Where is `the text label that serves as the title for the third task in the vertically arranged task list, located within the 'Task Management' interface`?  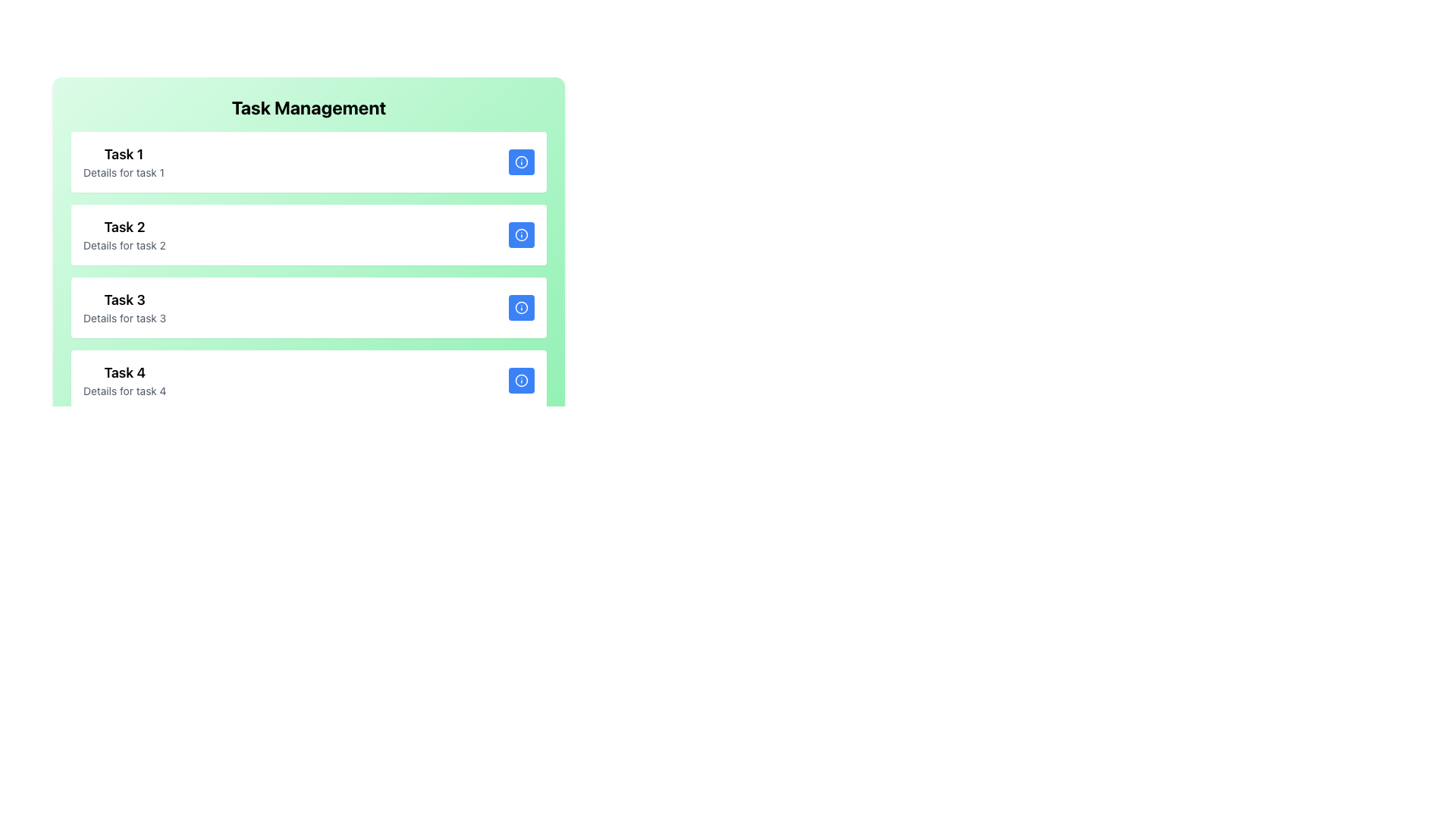
the text label that serves as the title for the third task in the vertically arranged task list, located within the 'Task Management' interface is located at coordinates (124, 300).